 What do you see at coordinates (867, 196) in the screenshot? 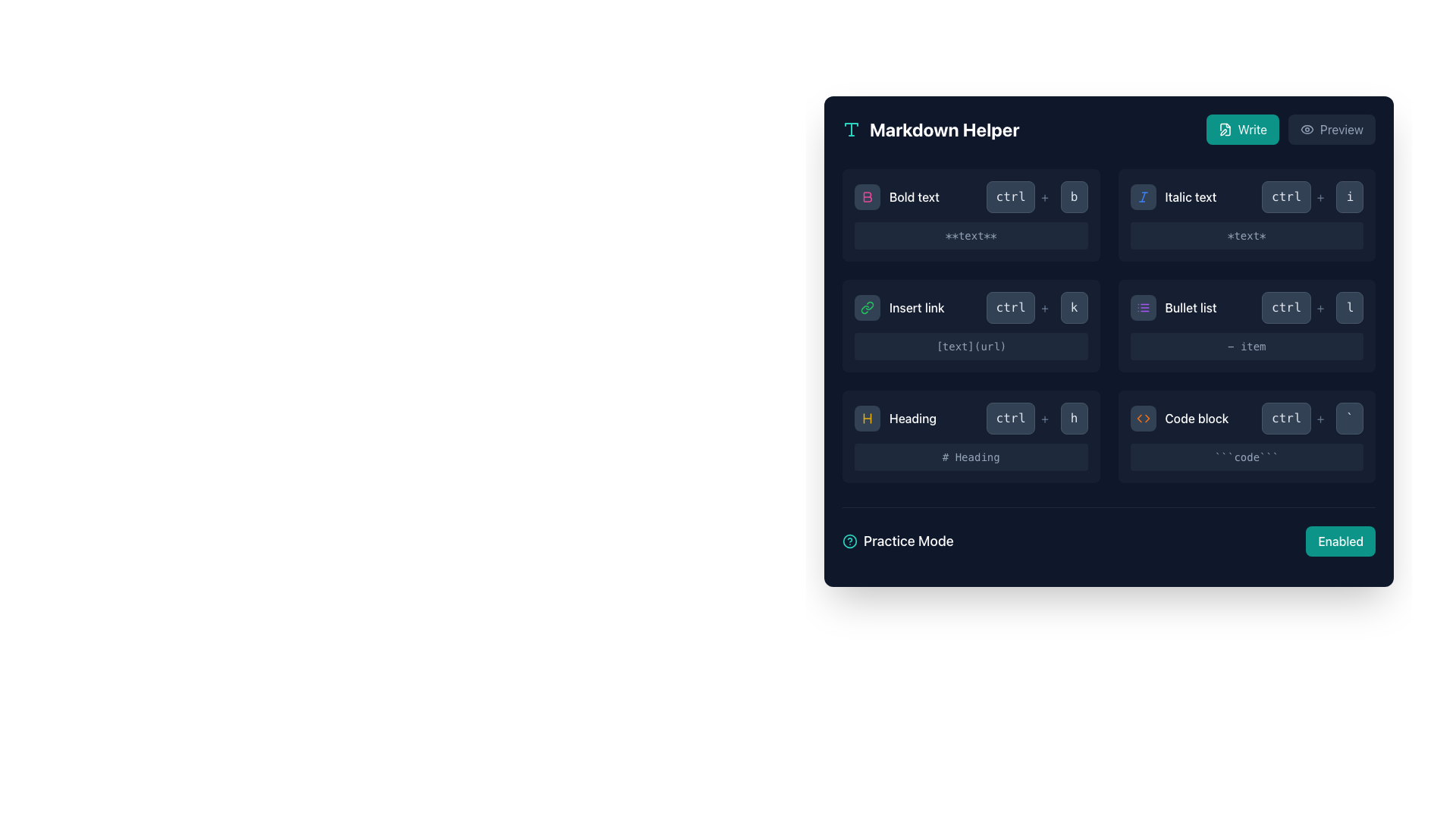
I see `the bold icon with a pink foreground on a slate-gray background, labeled 'Bold text'` at bounding box center [867, 196].